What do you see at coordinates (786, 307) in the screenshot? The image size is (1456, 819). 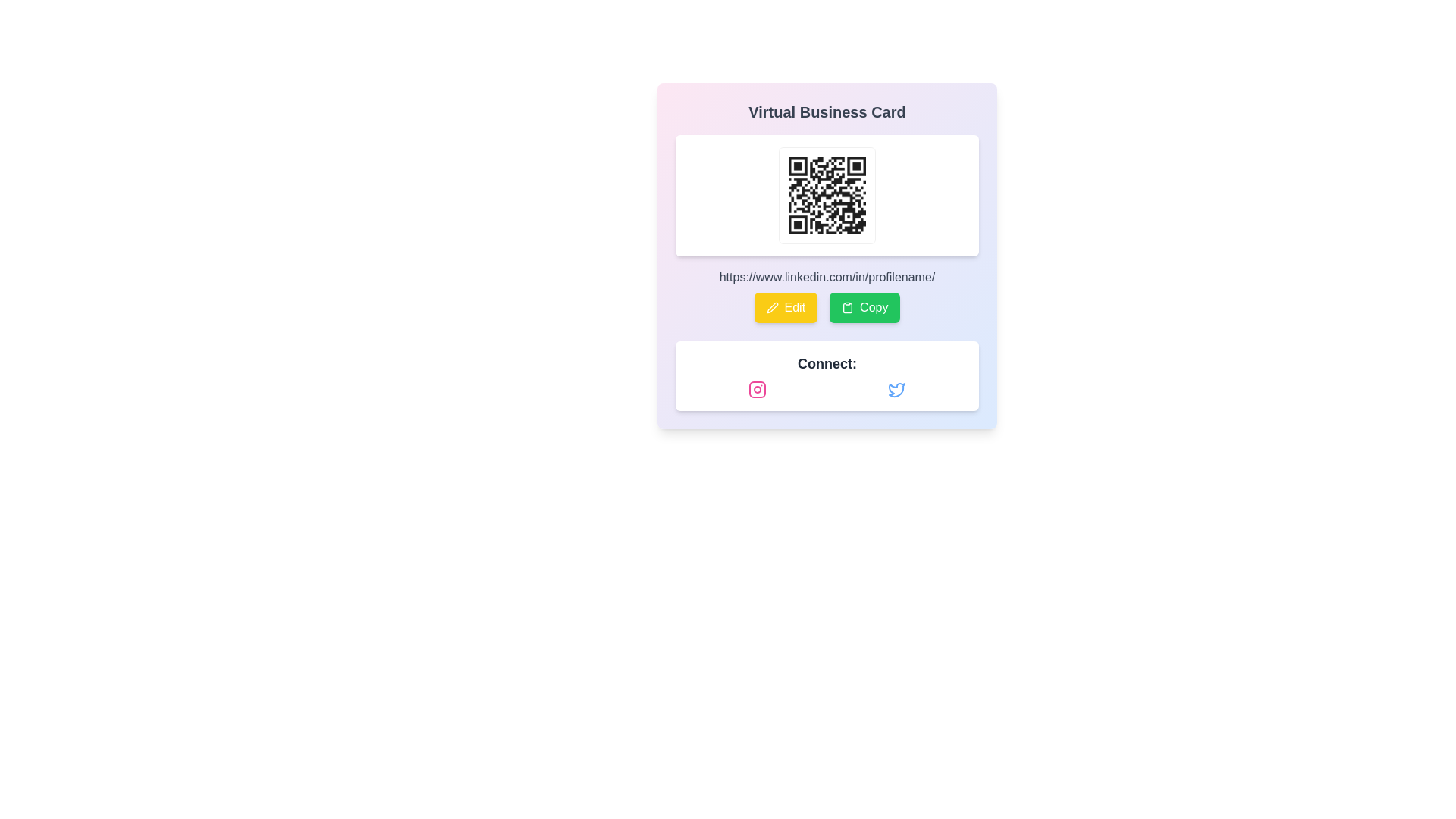 I see `the first button located below the QR code and URL text` at bounding box center [786, 307].